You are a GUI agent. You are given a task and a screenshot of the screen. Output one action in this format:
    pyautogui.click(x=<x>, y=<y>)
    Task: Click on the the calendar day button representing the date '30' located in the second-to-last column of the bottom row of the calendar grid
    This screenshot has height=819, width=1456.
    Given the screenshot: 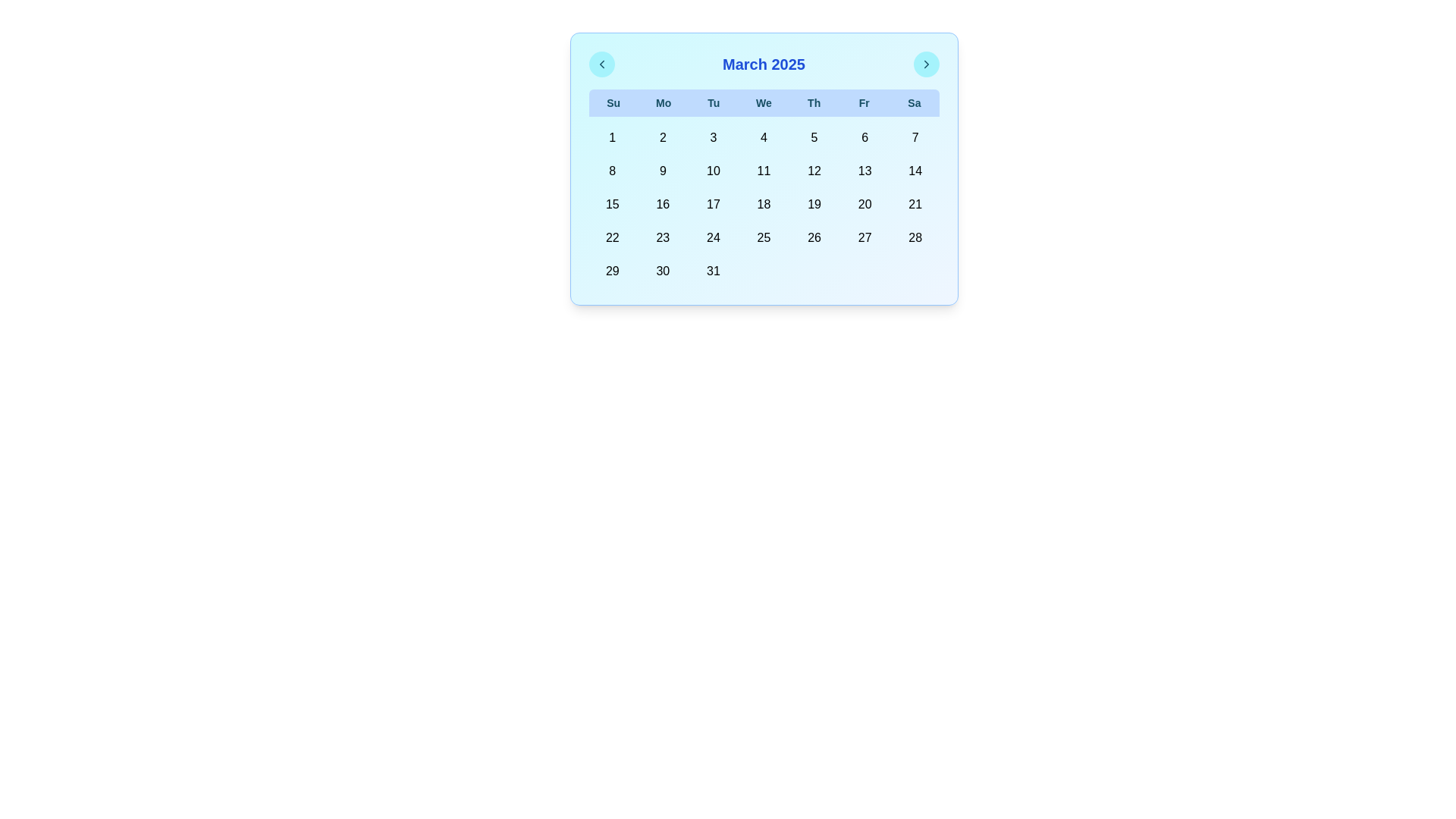 What is the action you would take?
    pyautogui.click(x=662, y=271)
    